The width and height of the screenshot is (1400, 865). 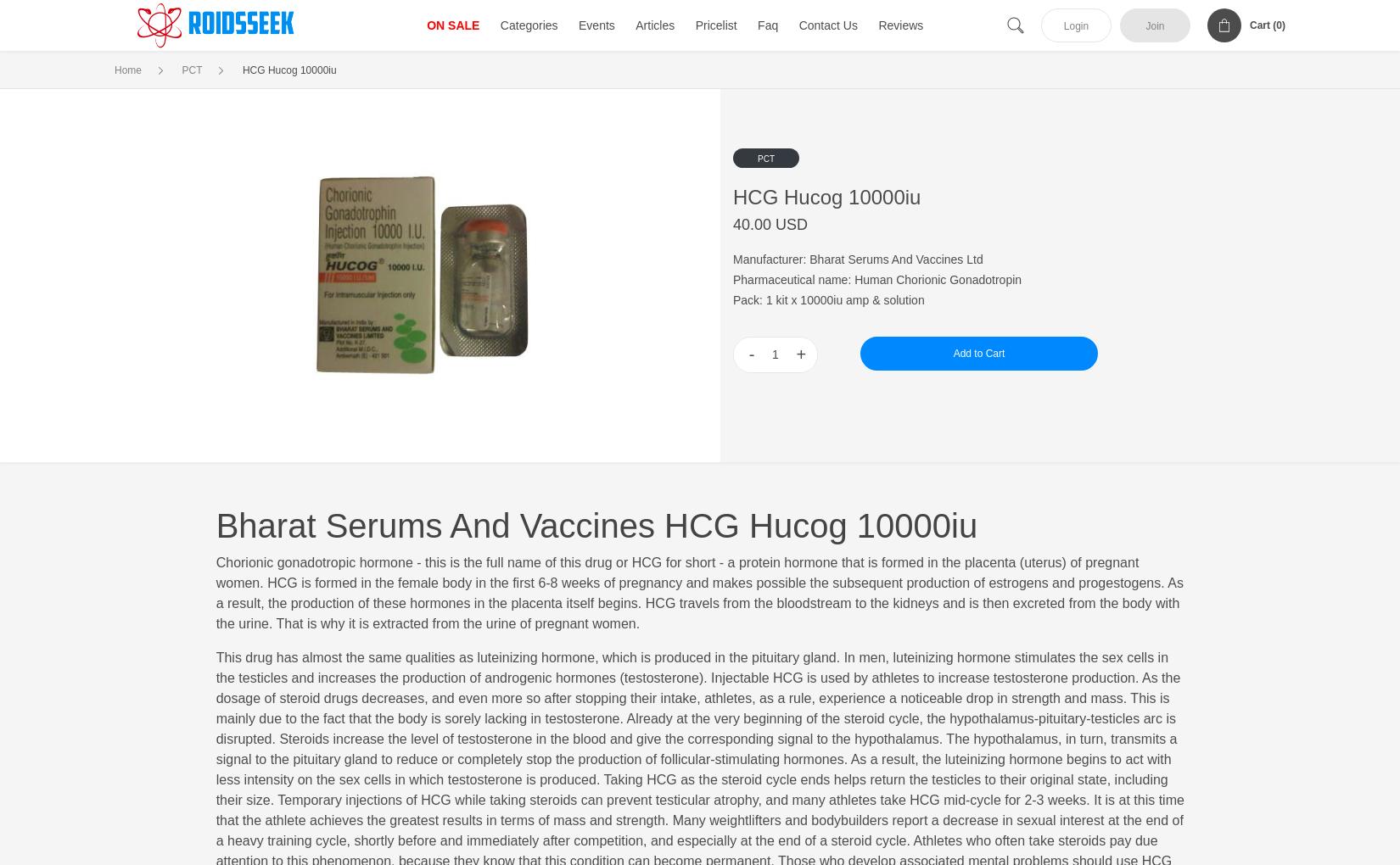 I want to click on 'travels from the bloodstream to the kidneys and is then excreted from the body with the urine. That is why it is extracted from the urine of pregnant women.', so click(x=697, y=612).